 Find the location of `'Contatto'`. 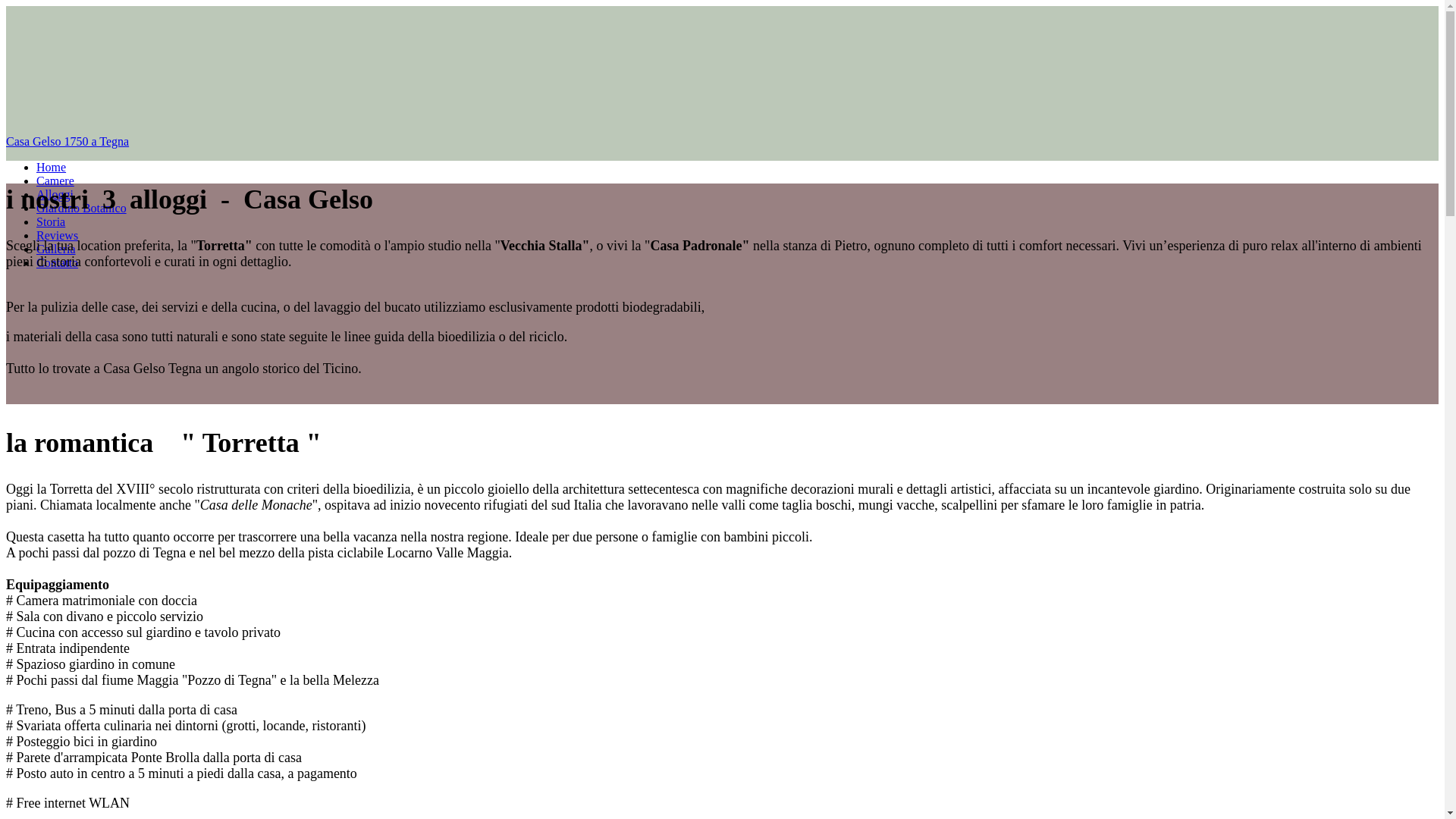

'Contatto' is located at coordinates (57, 262).